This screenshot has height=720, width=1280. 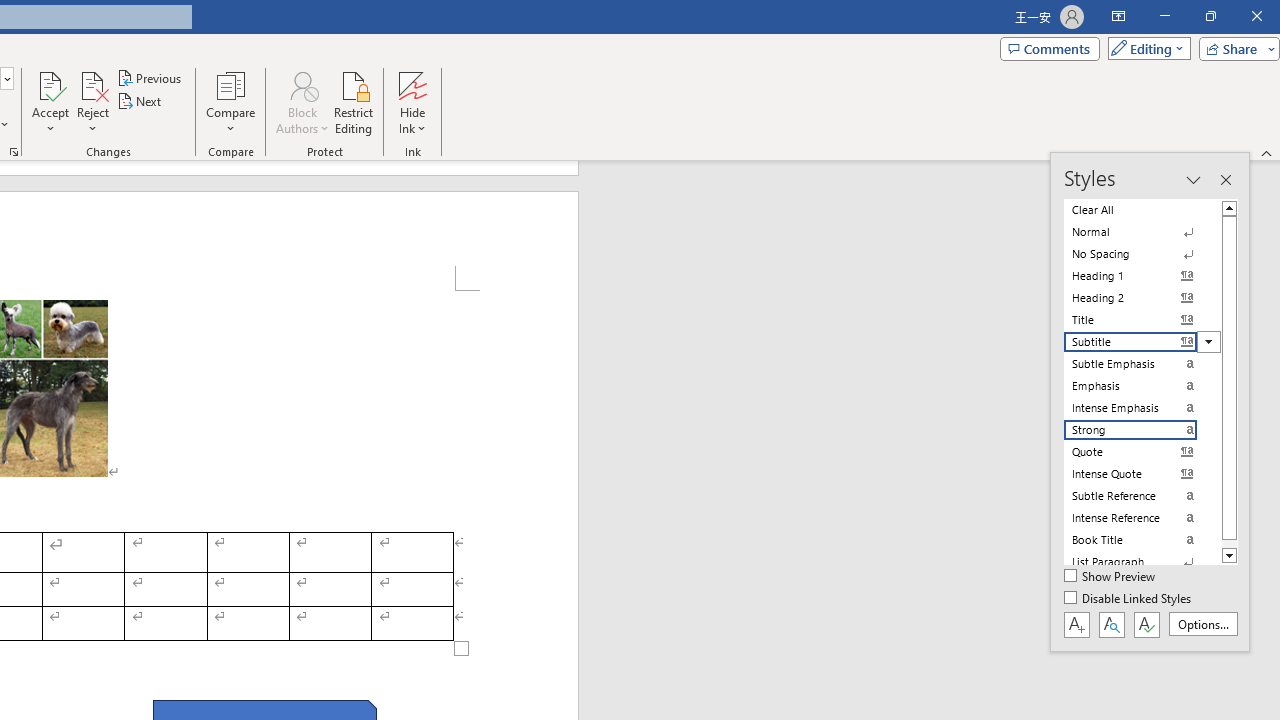 What do you see at coordinates (1142, 253) in the screenshot?
I see `'No Spacing'` at bounding box center [1142, 253].